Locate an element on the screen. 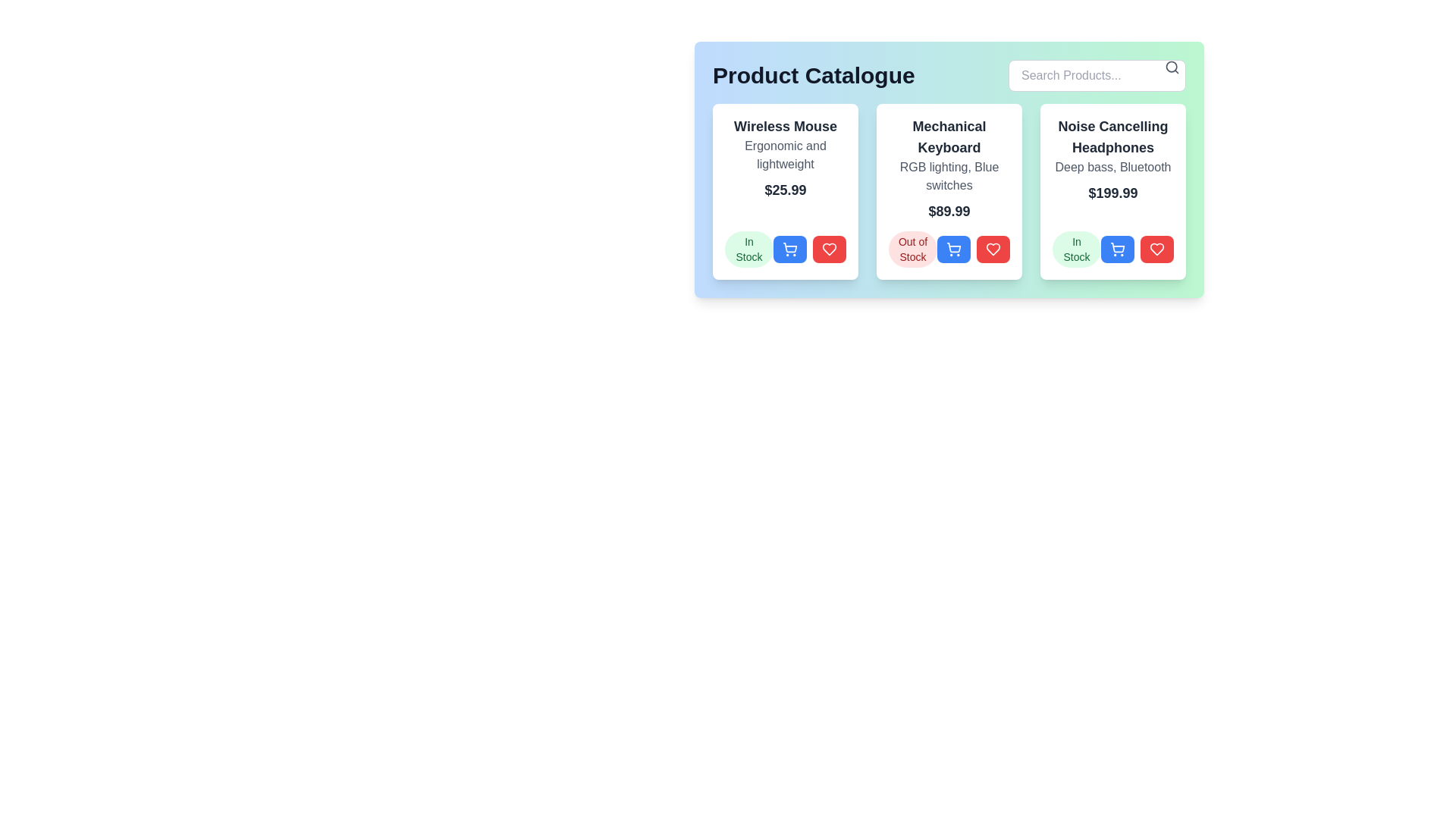 This screenshot has width=1456, height=819. the favorite button located at the bottom-right corner of the 'Mechanical Keyboard' product card is located at coordinates (993, 248).